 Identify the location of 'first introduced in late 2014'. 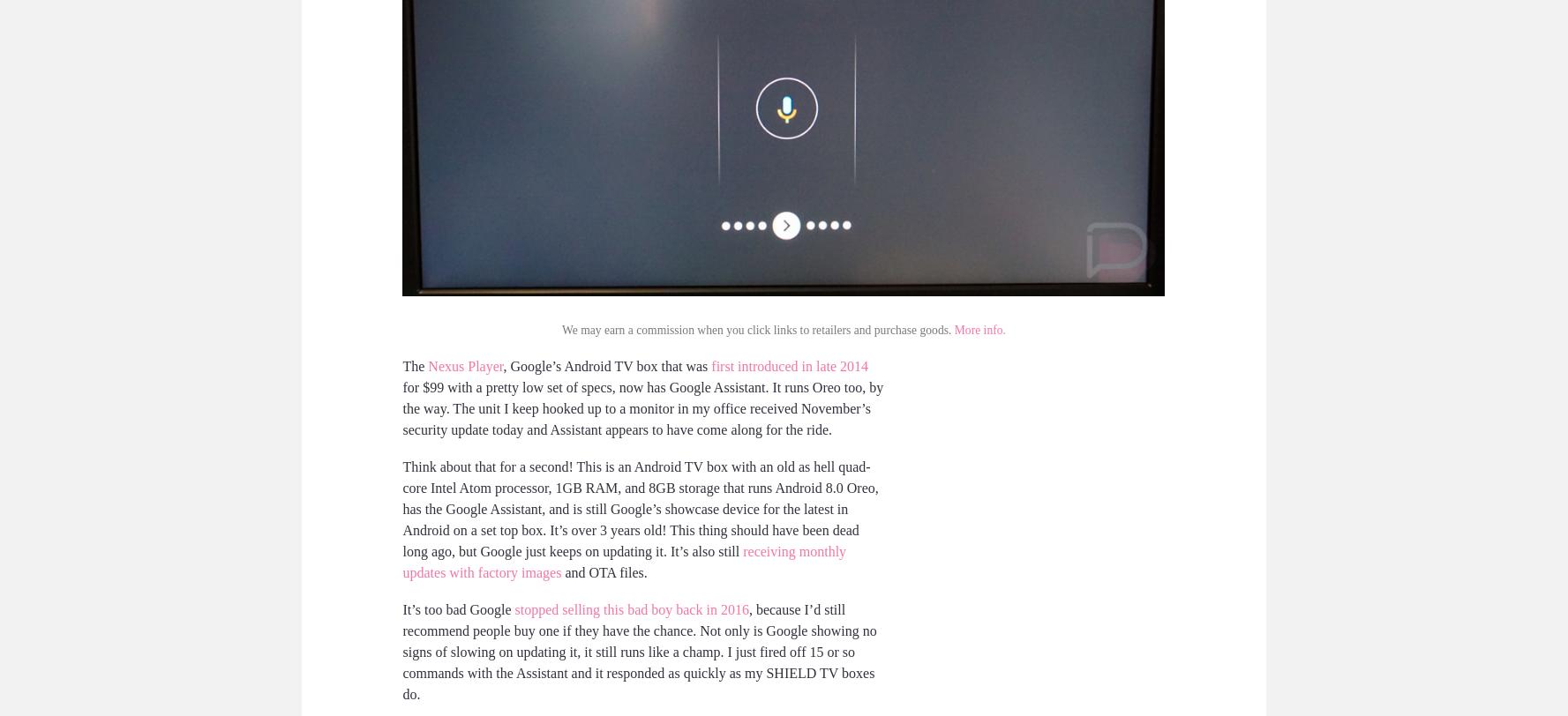
(790, 365).